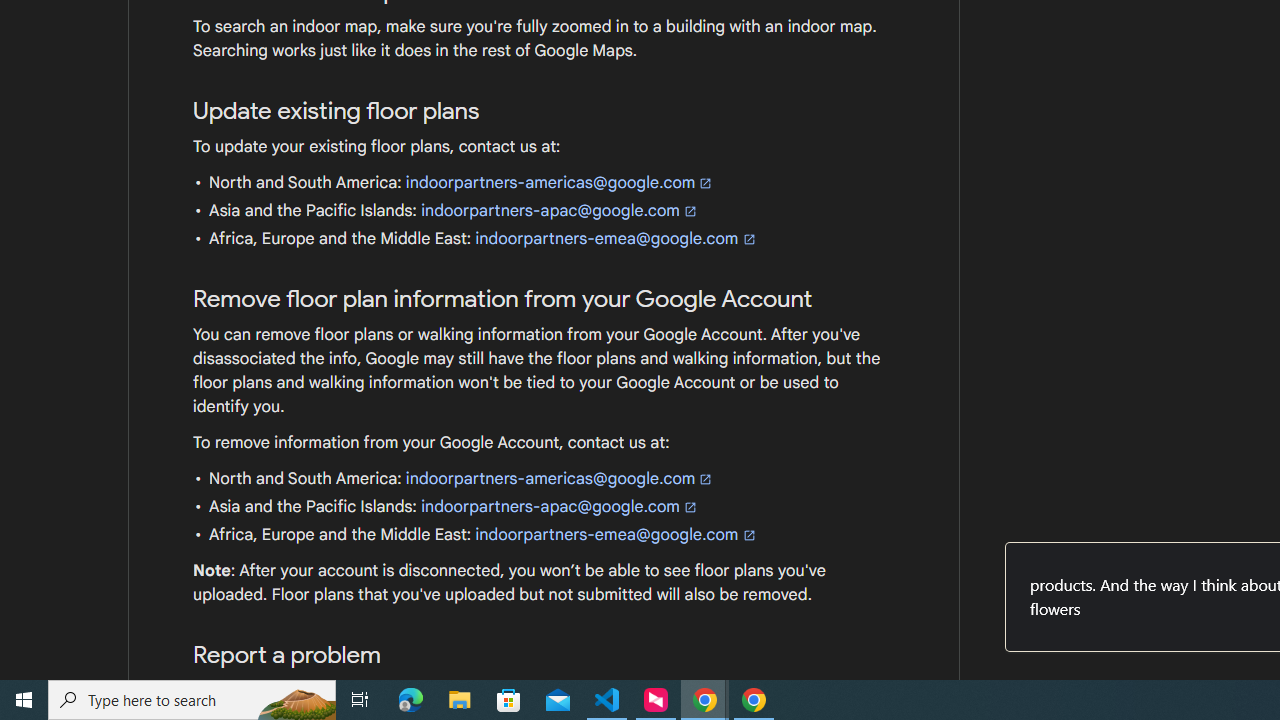 This screenshot has width=1280, height=720. I want to click on 'indoorpartners-emea@google.com', so click(615, 533).